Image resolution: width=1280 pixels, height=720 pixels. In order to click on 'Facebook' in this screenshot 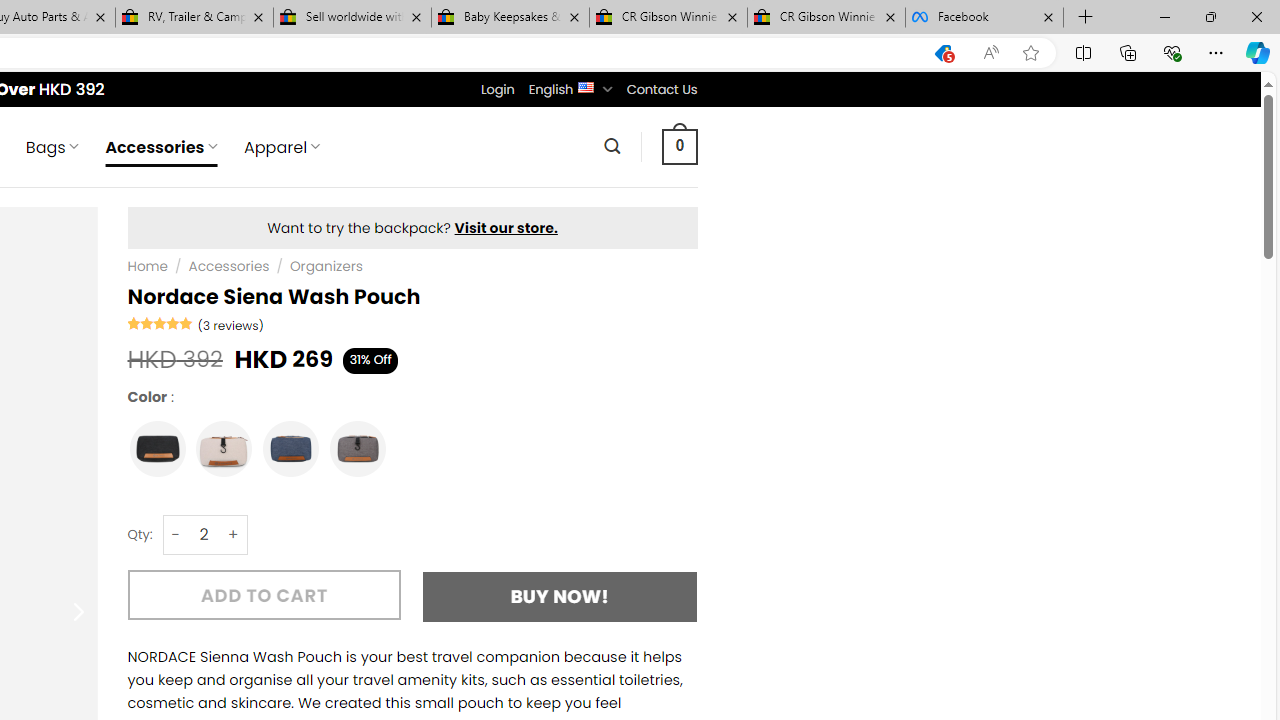, I will do `click(984, 17)`.